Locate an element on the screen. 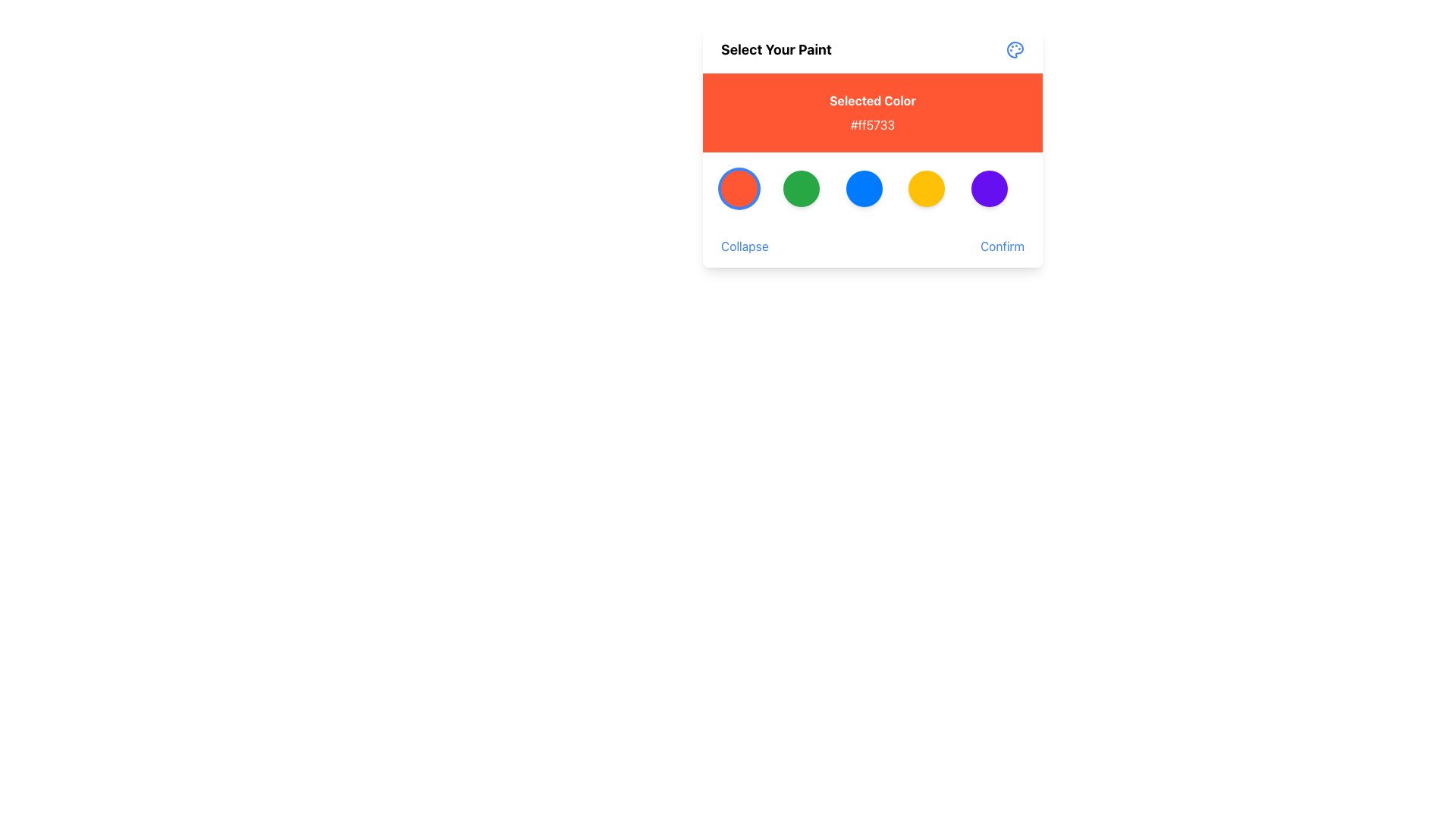 The height and width of the screenshot is (819, 1456). the first circular interactive button on the leftmost side of the grid is located at coordinates (739, 188).